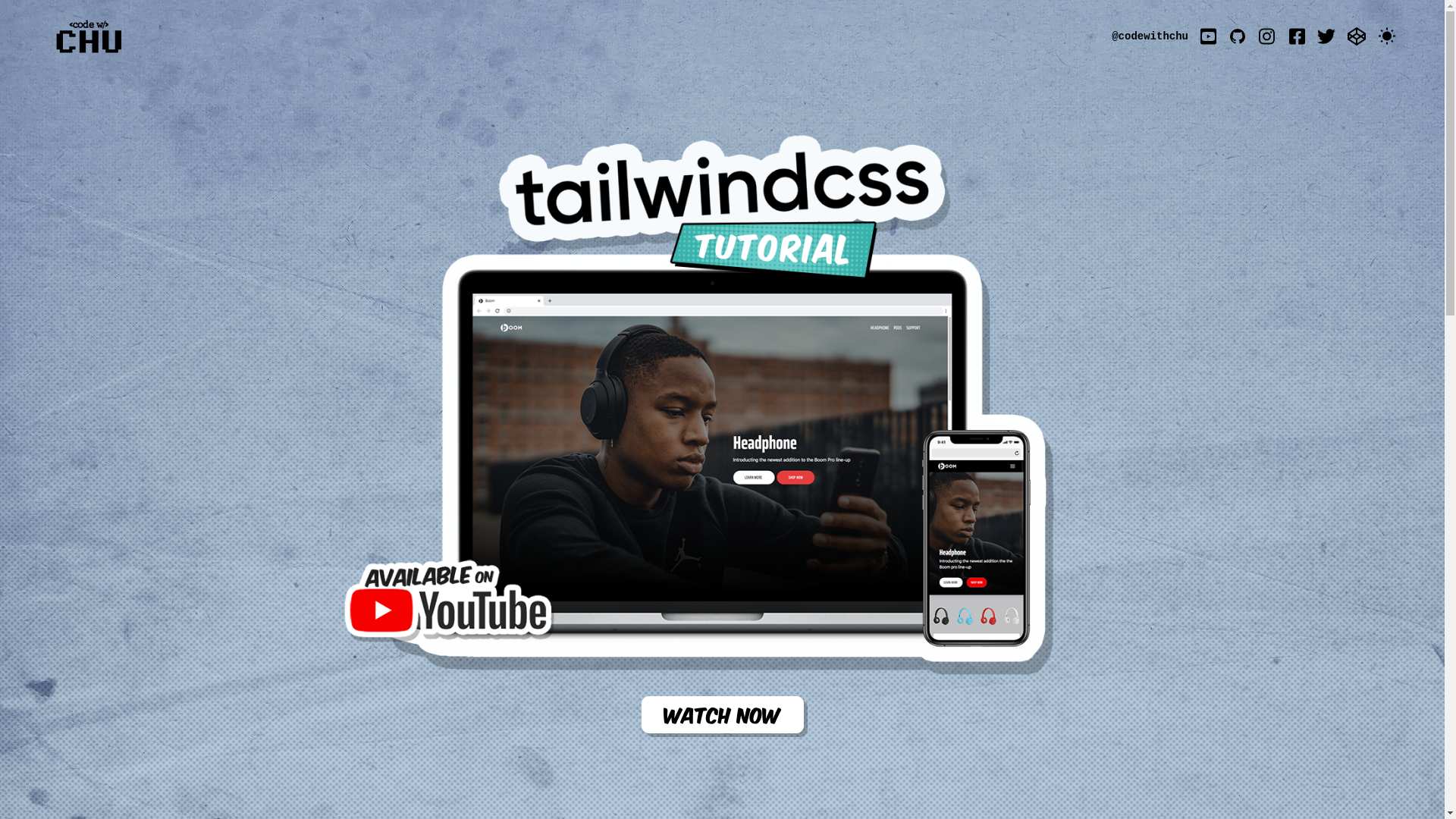 Image resolution: width=1456 pixels, height=819 pixels. What do you see at coordinates (1357, 35) in the screenshot?
I see `'Follow CodeWithChu on Codepen'` at bounding box center [1357, 35].